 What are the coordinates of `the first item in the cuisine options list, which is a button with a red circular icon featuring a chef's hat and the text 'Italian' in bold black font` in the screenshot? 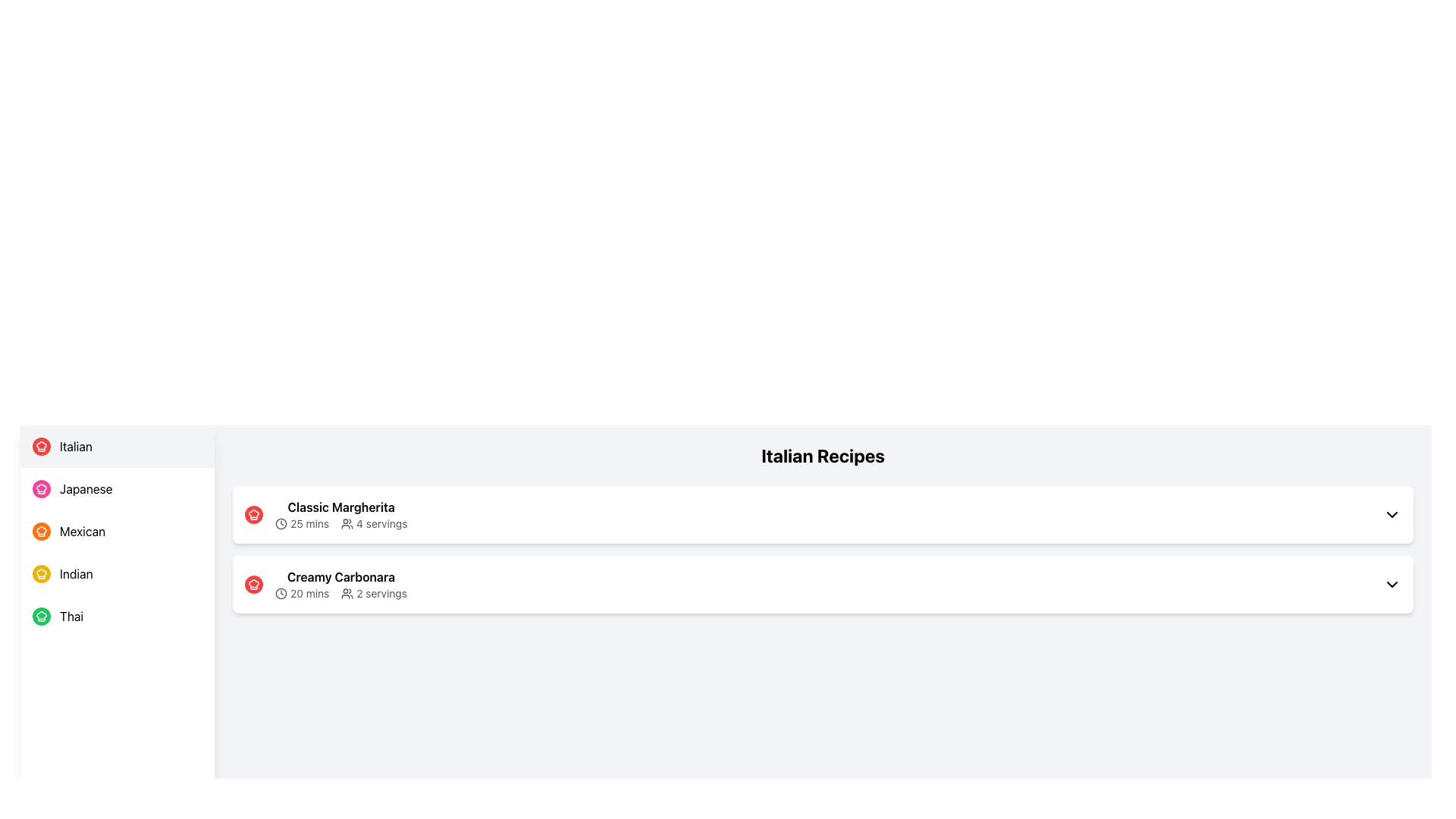 It's located at (116, 446).